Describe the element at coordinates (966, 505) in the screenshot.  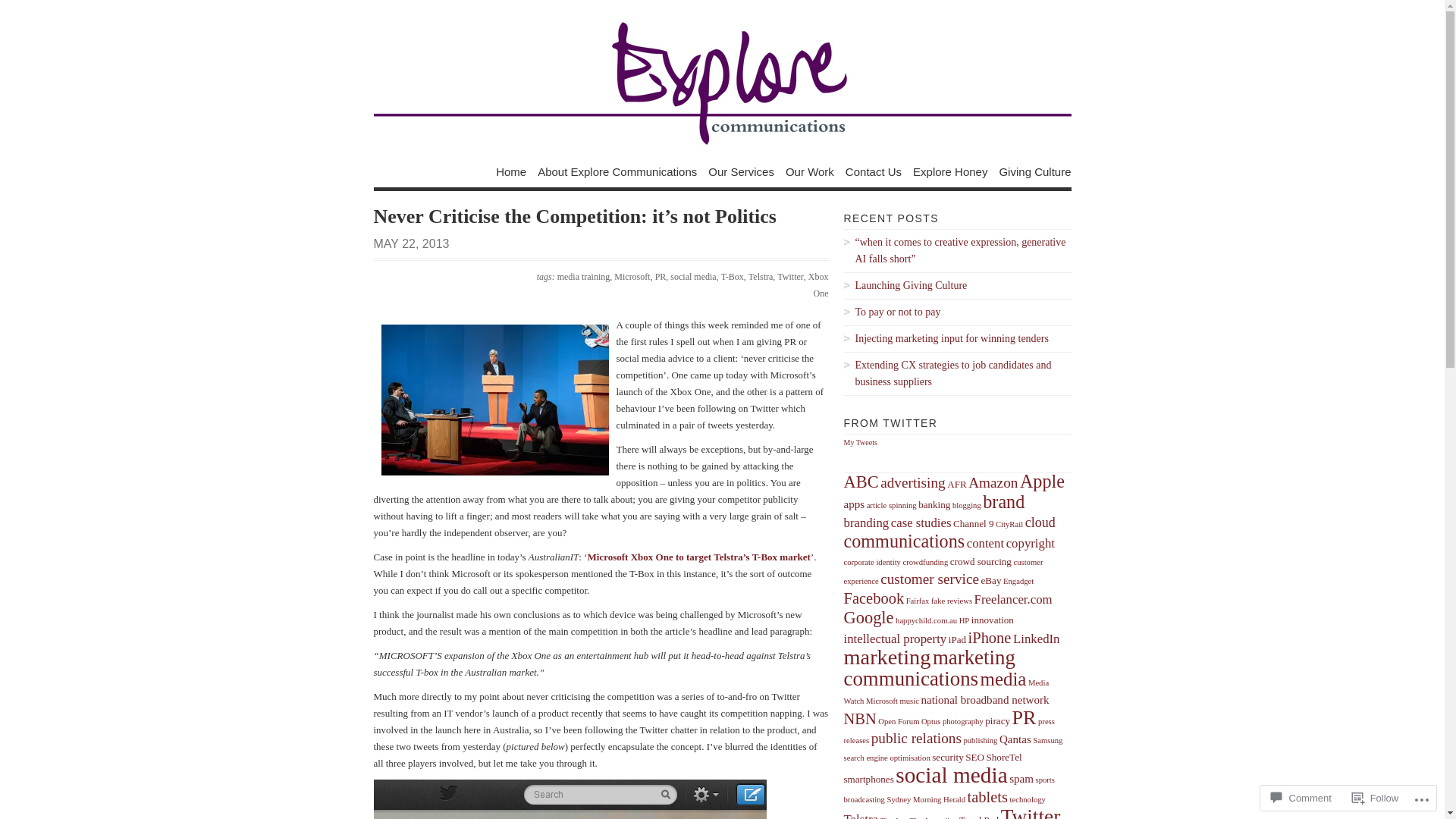
I see `'blogging'` at that location.